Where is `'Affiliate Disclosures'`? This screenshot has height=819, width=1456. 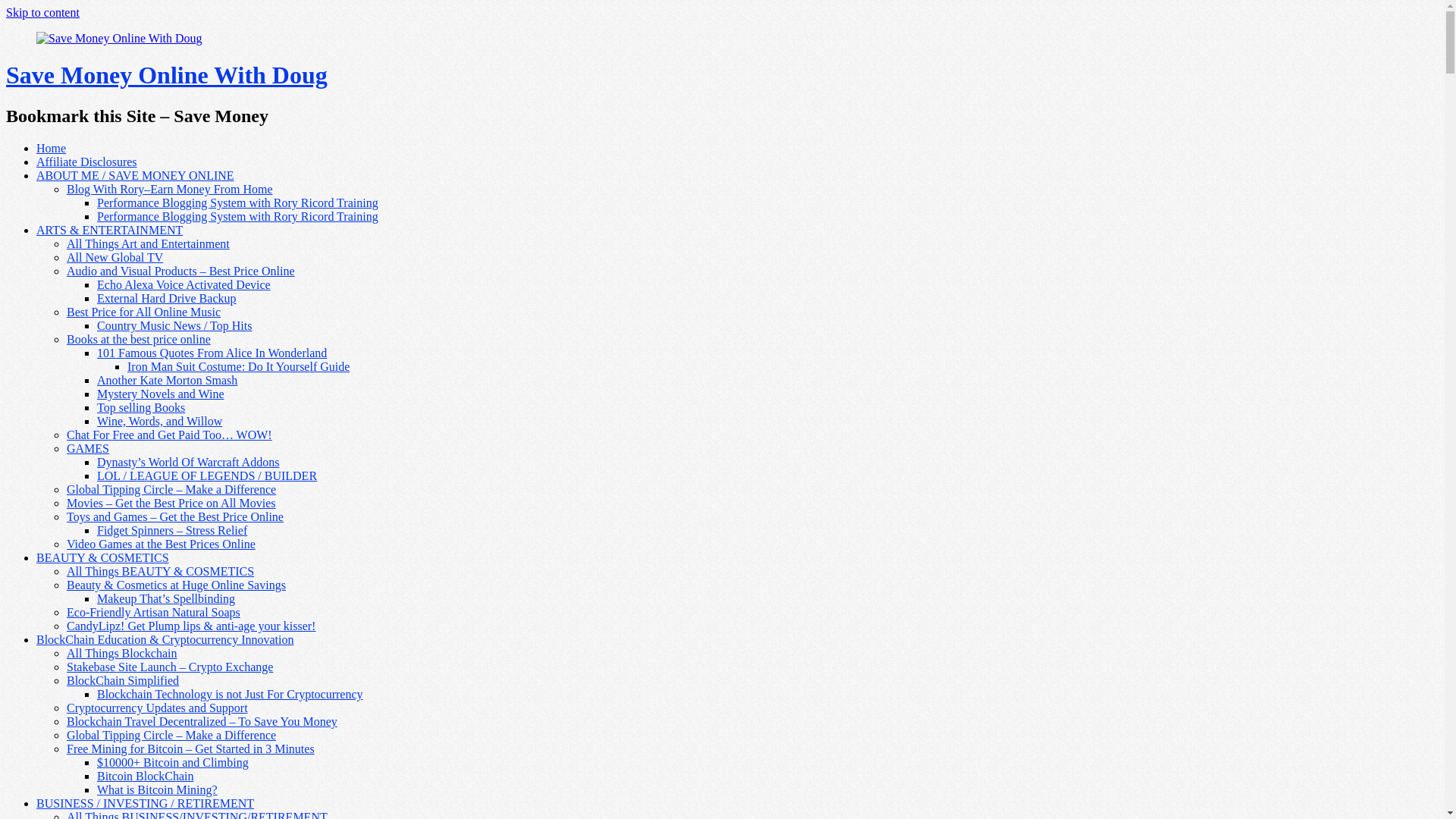 'Affiliate Disclosures' is located at coordinates (86, 162).